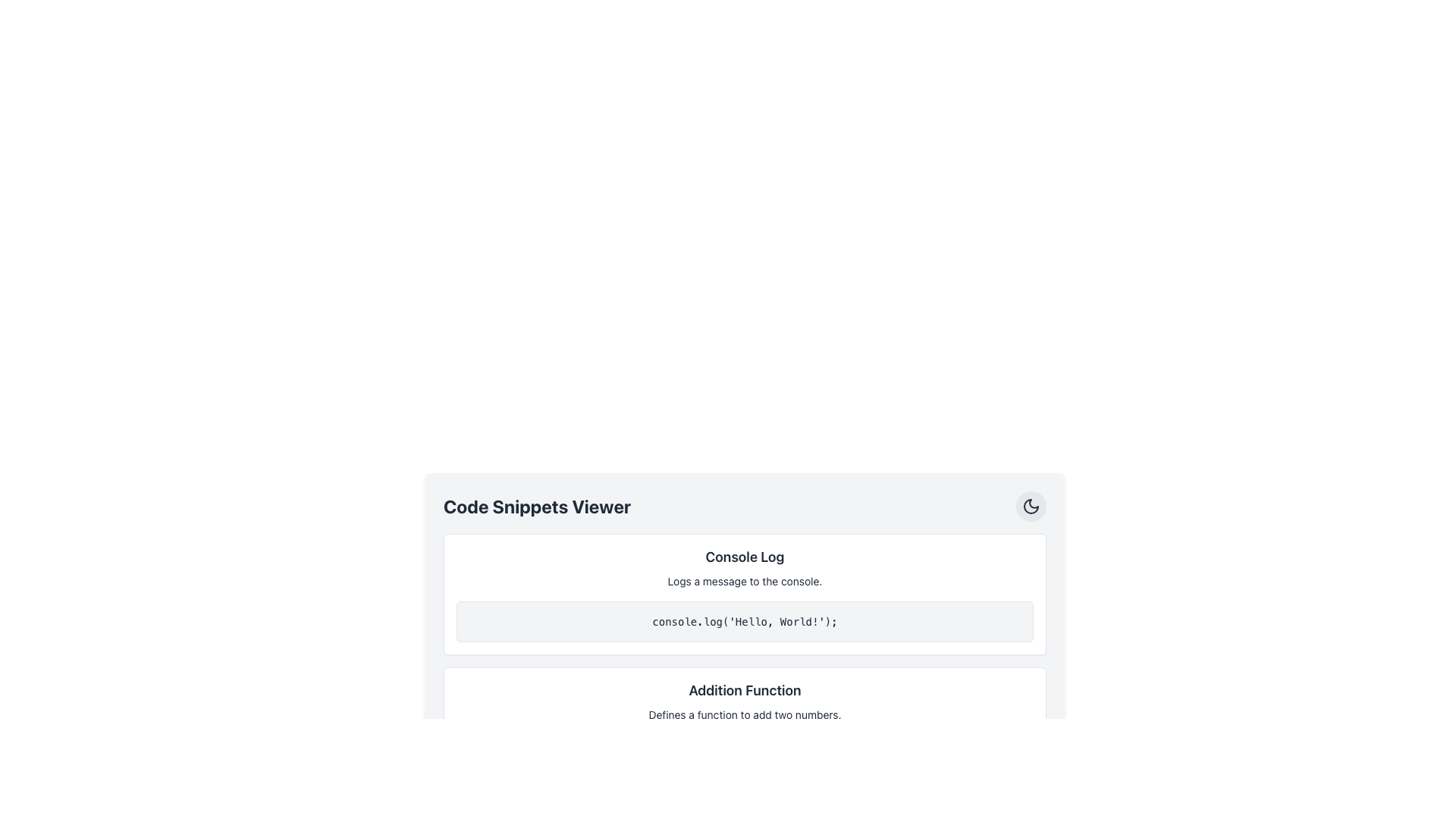 The height and width of the screenshot is (819, 1456). What do you see at coordinates (745, 581) in the screenshot?
I see `explanatory text description provided by the Text Label located below the 'Console Log' title` at bounding box center [745, 581].